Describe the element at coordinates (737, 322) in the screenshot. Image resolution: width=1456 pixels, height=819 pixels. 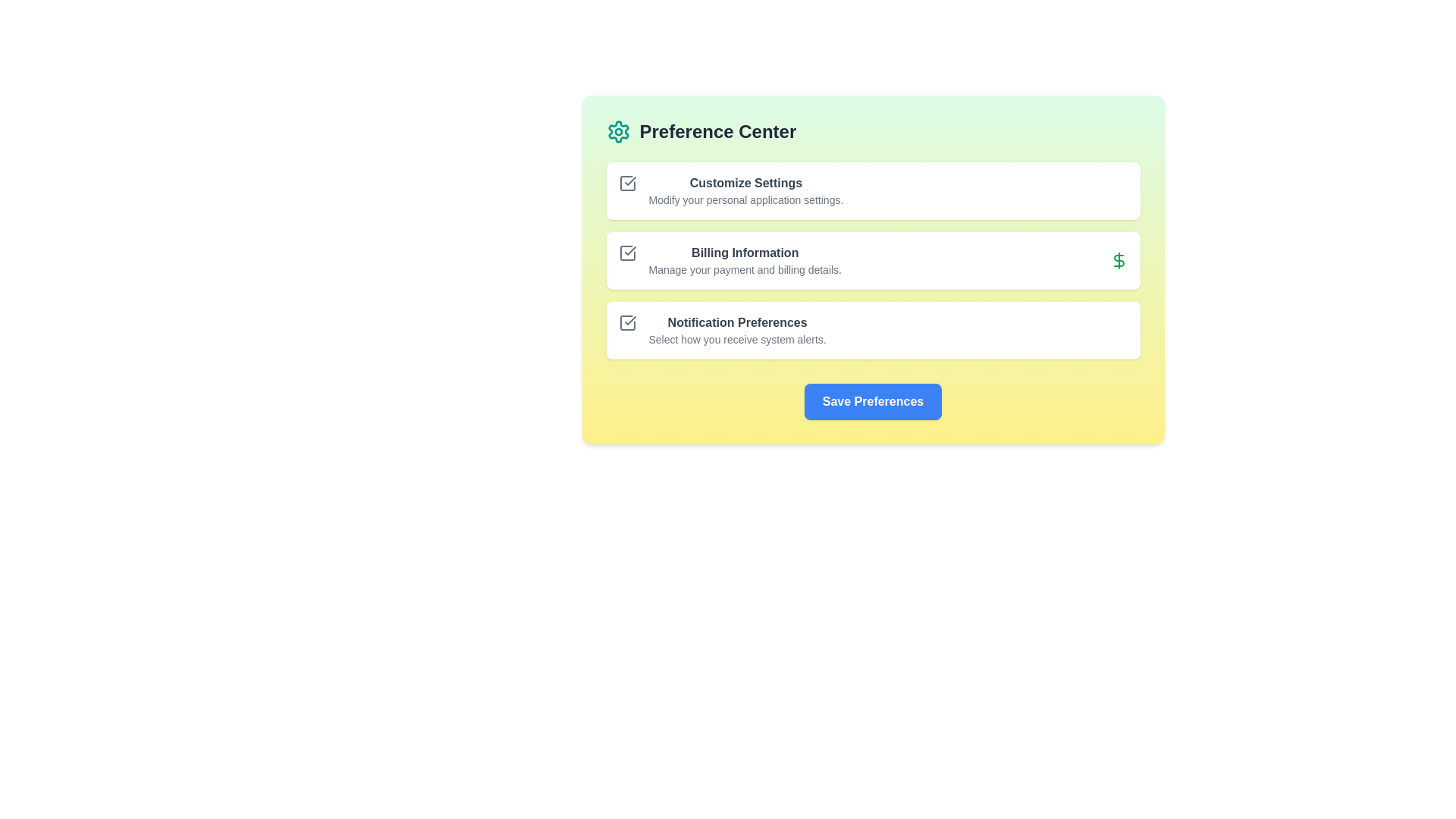
I see `the Notification Preferences text label, which is the title of the third grouping in the Preference Center interface, located below the 'Billing Information' section and above the 'Save Preferences' button` at that location.